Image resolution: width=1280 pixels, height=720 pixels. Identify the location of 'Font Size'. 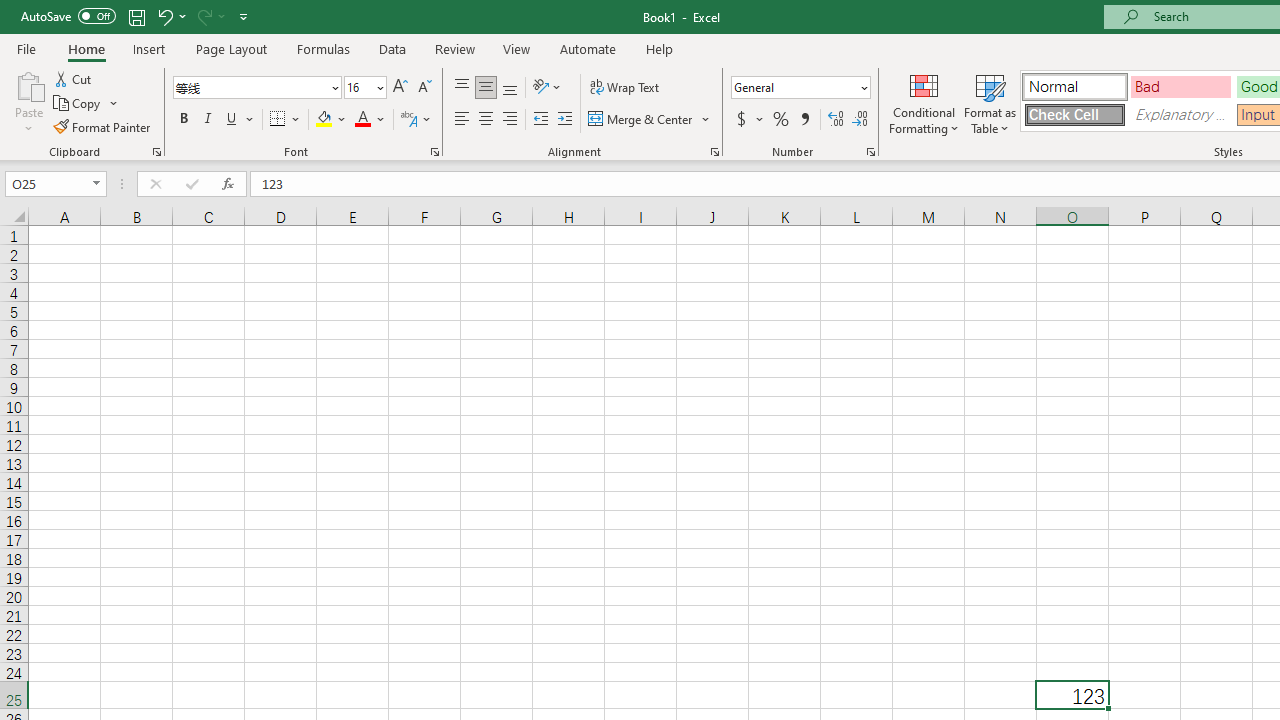
(365, 86).